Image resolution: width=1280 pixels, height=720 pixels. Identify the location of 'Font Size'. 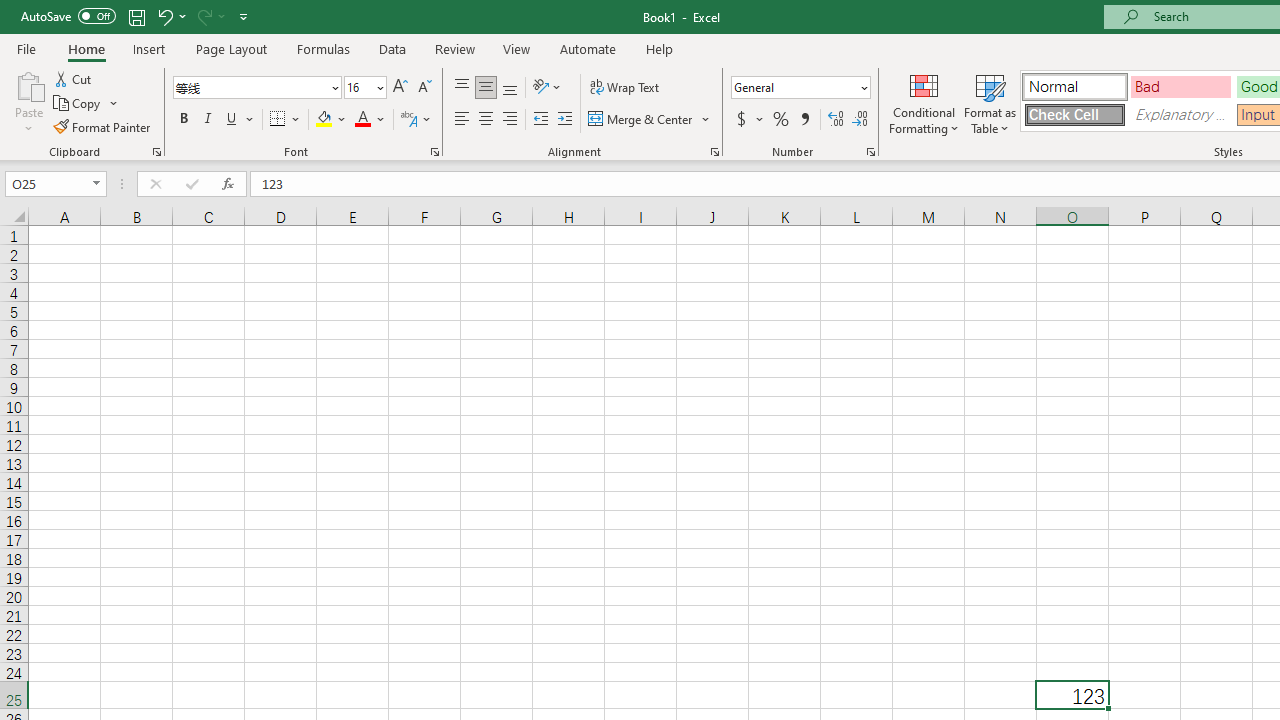
(365, 86).